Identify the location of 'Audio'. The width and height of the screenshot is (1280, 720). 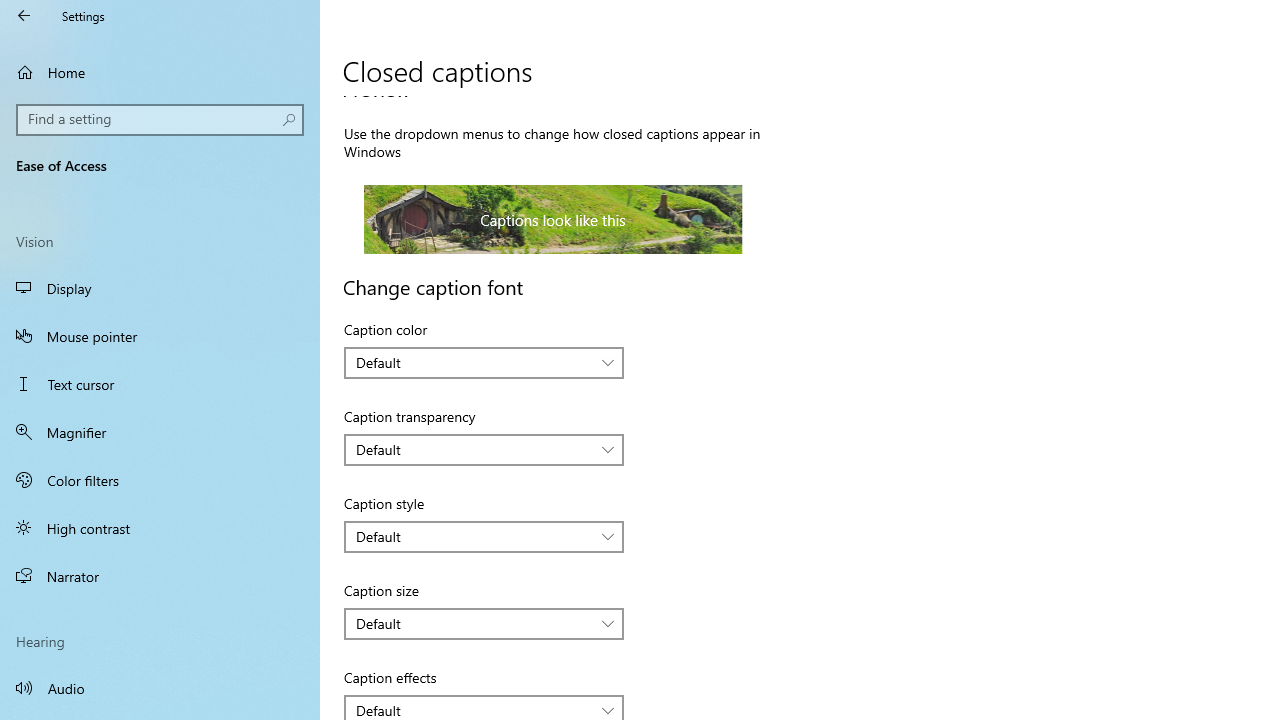
(160, 686).